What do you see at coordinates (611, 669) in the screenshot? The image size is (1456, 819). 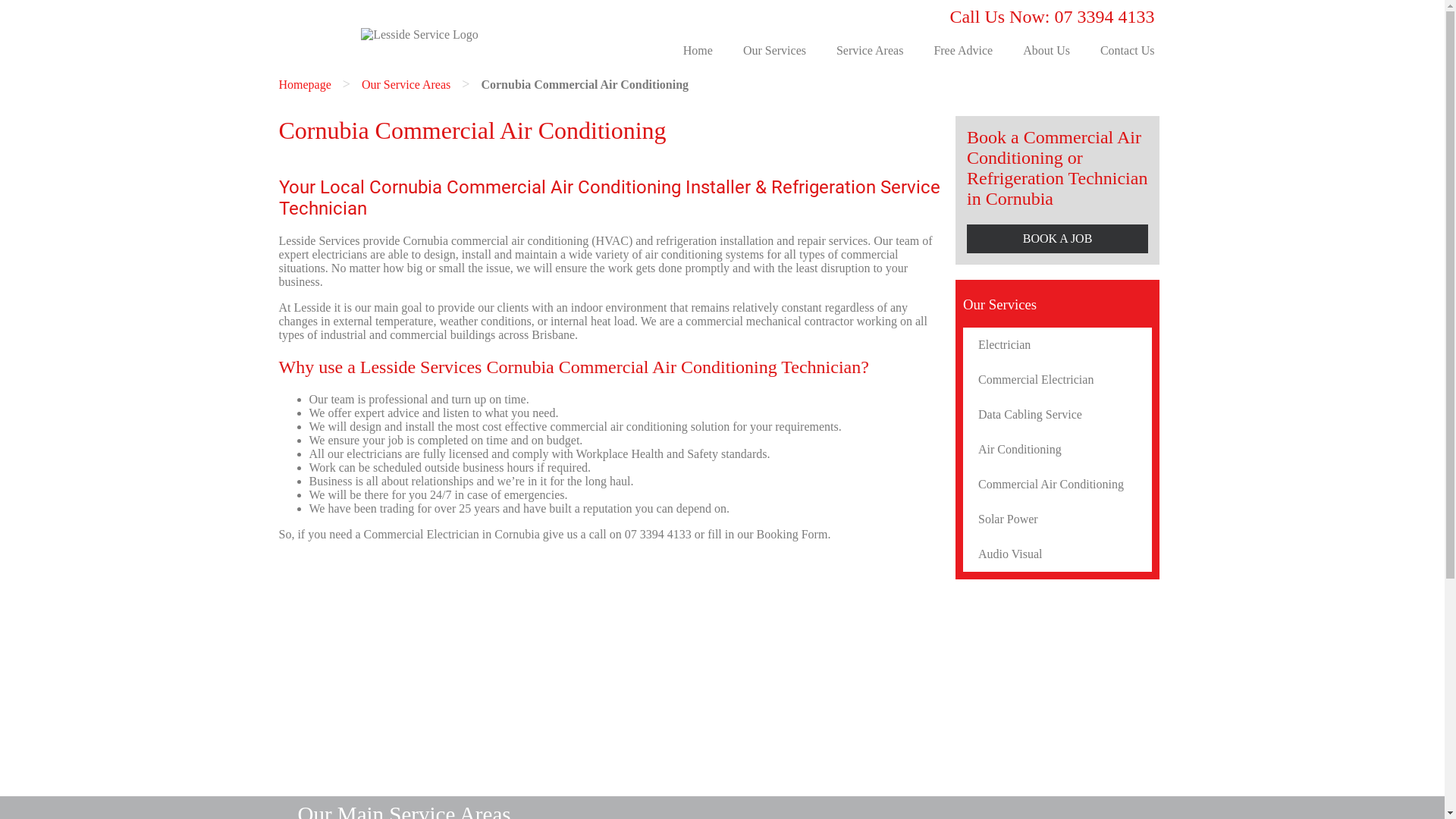 I see `'Cornubia qld'` at bounding box center [611, 669].